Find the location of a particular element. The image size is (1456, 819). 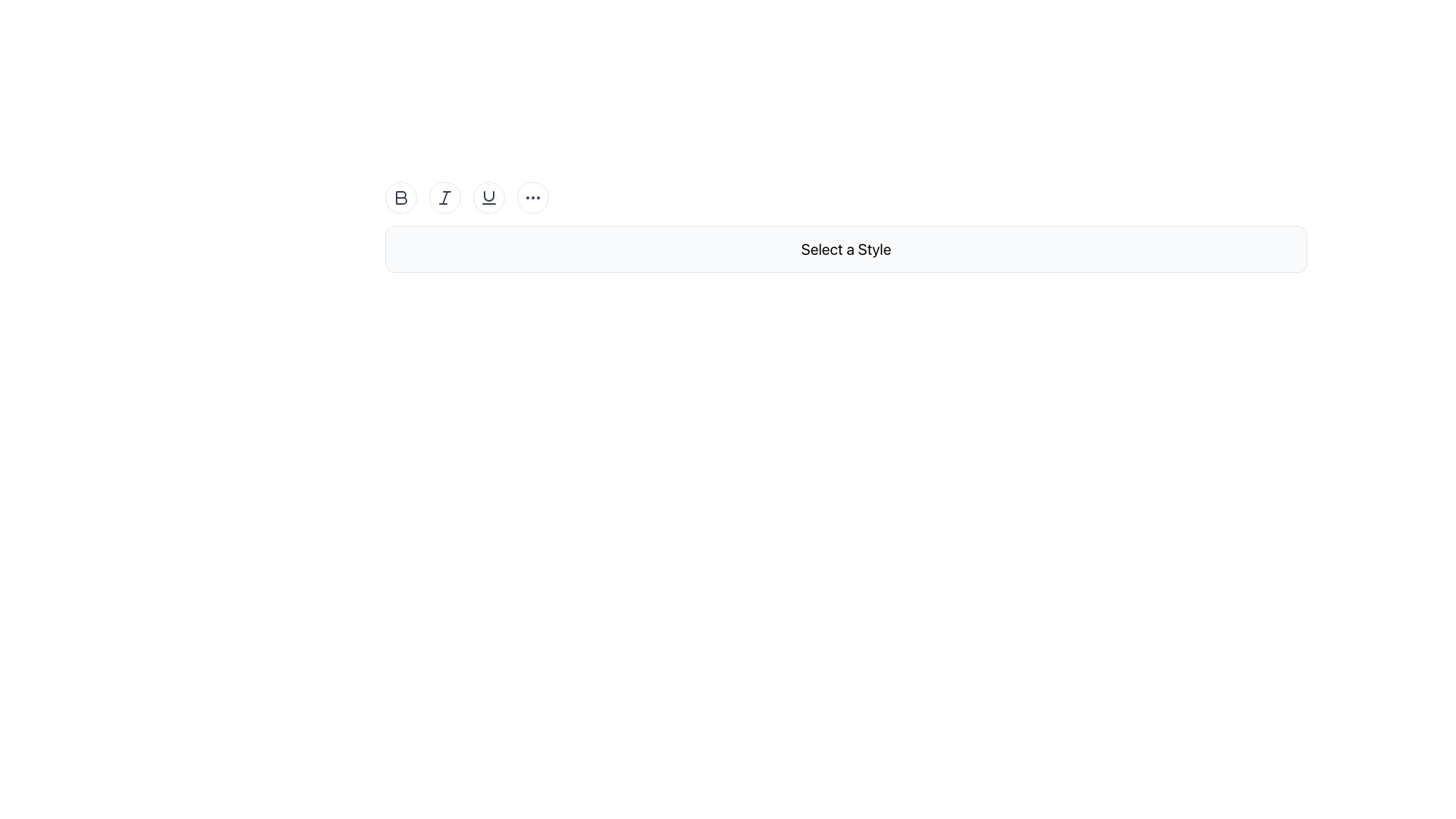

the triple-dot icon located at the center of the toolbar section is located at coordinates (532, 197).